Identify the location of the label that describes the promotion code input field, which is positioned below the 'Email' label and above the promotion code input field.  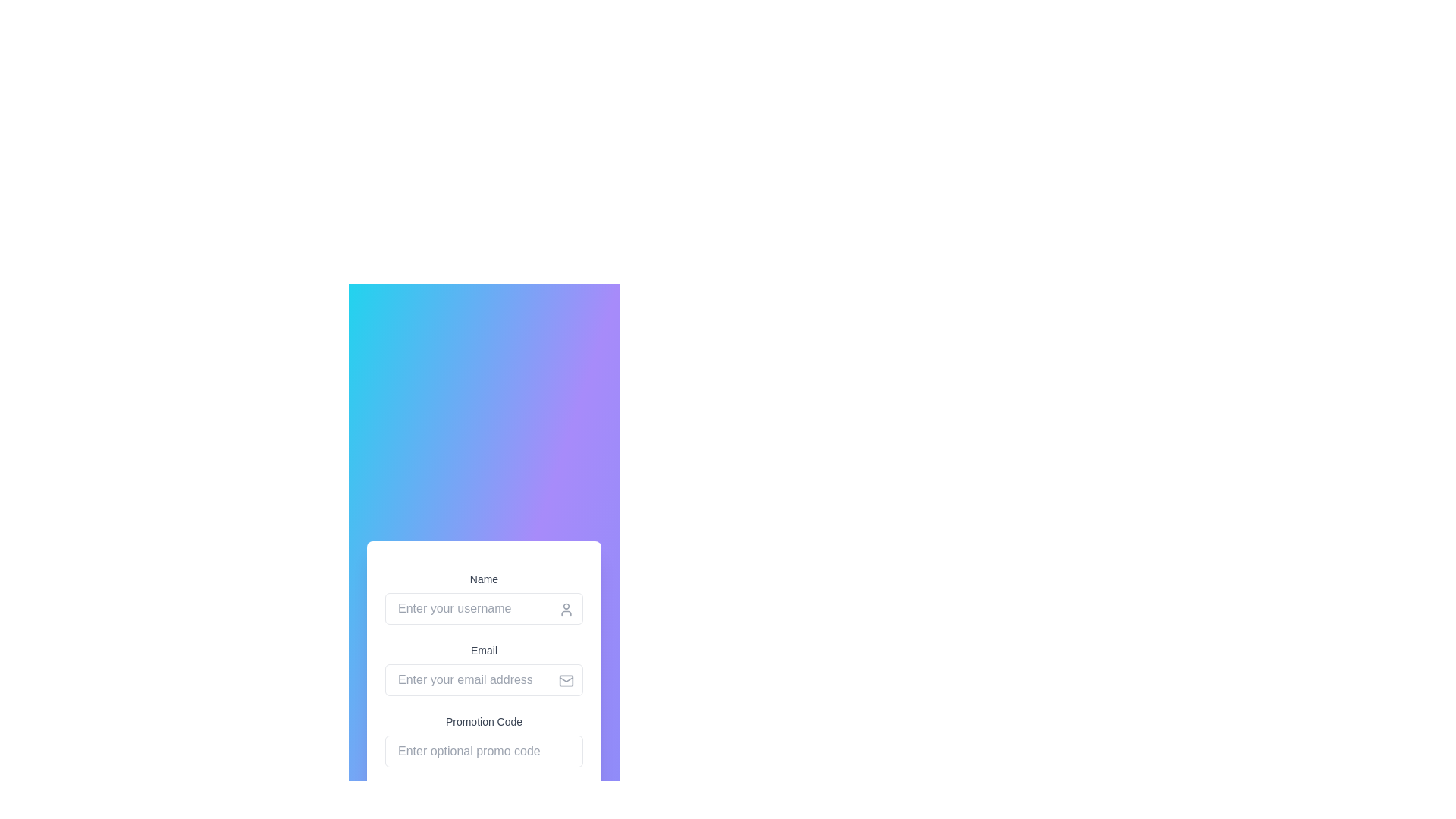
(483, 721).